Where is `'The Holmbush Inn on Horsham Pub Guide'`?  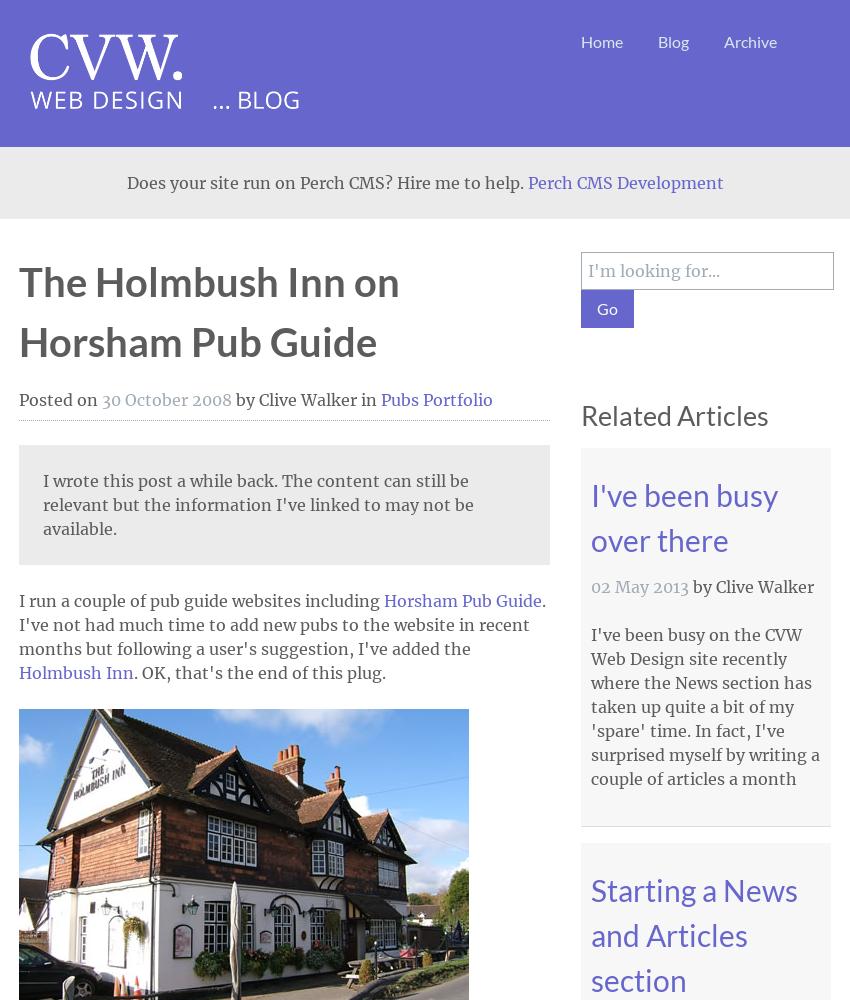 'The Holmbush Inn on Horsham Pub Guide' is located at coordinates (208, 312).